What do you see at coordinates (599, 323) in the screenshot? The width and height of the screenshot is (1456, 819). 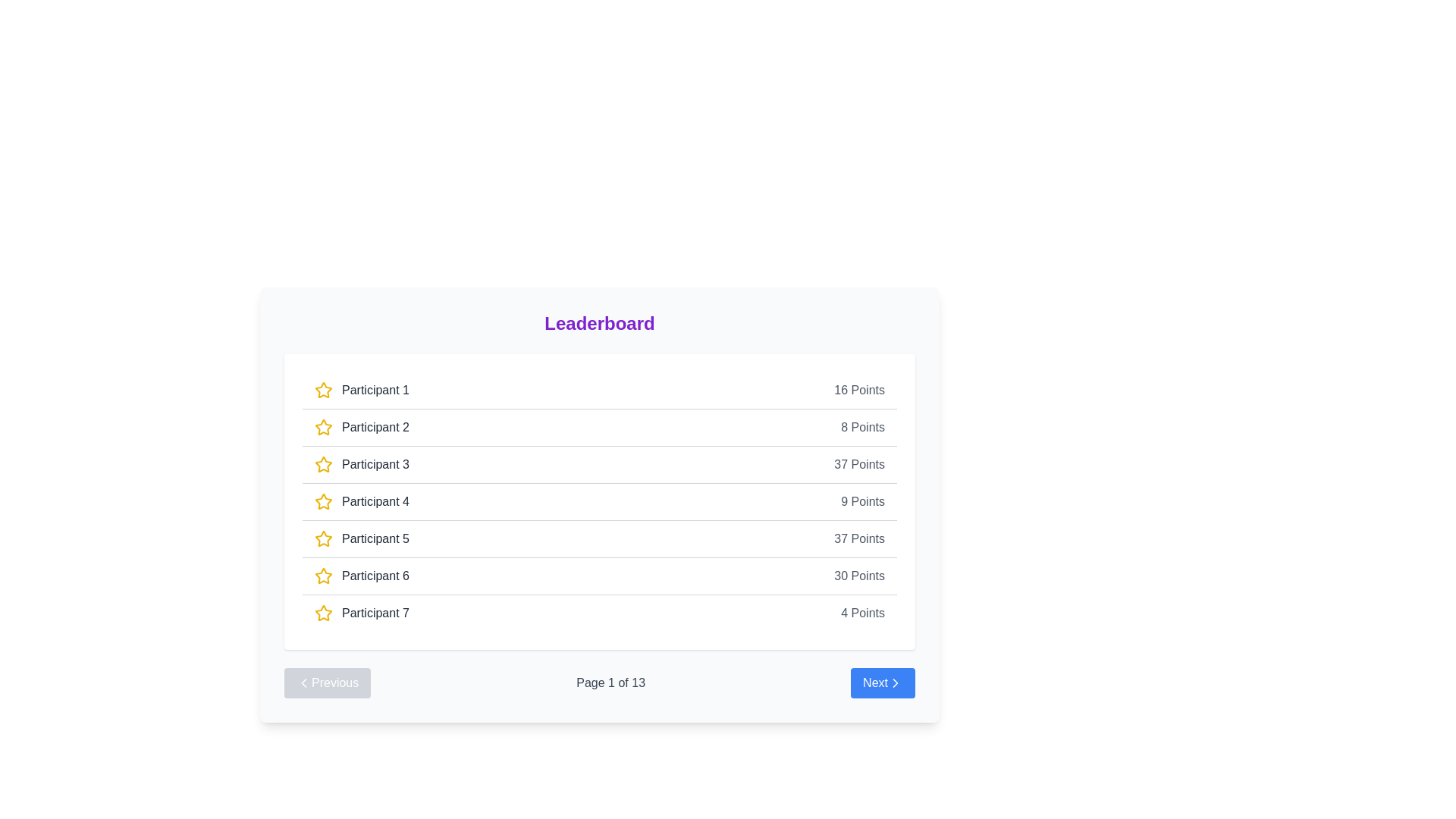 I see `text of the bold, centered title 'Leaderboard' displayed in large, purple text above the list of participant entries` at bounding box center [599, 323].